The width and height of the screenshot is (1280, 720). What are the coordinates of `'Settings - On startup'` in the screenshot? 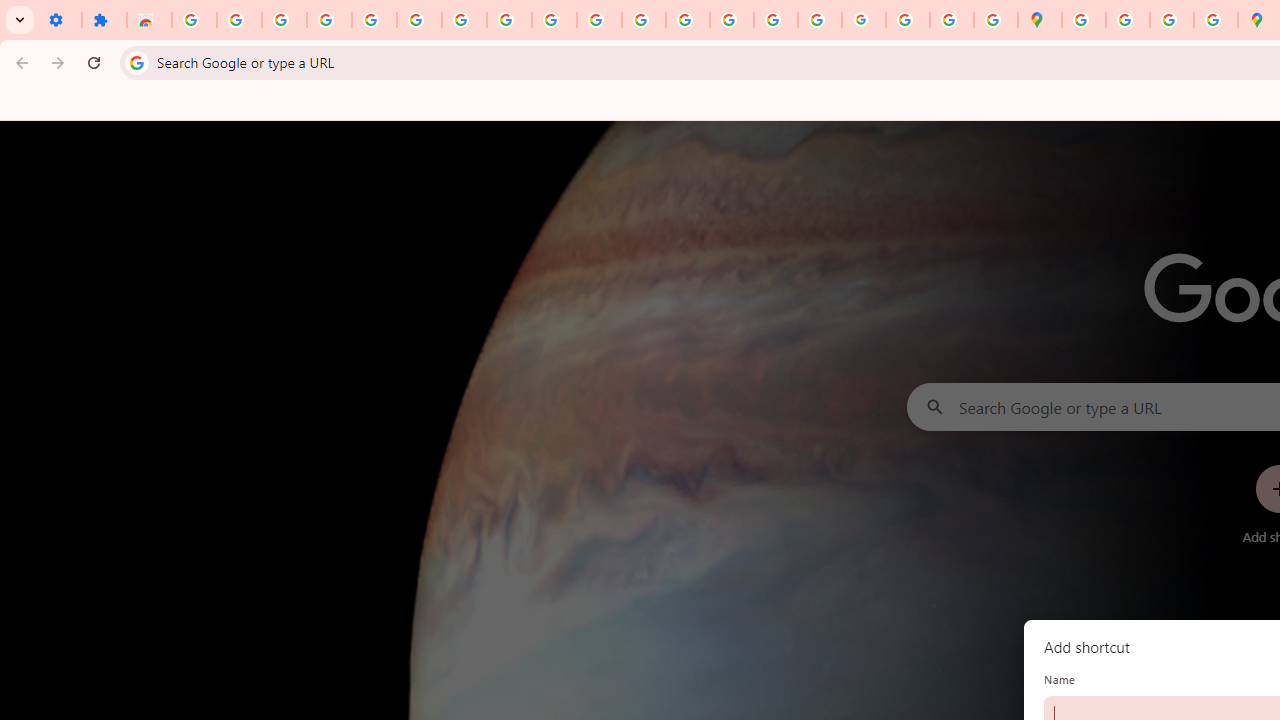 It's located at (59, 20).